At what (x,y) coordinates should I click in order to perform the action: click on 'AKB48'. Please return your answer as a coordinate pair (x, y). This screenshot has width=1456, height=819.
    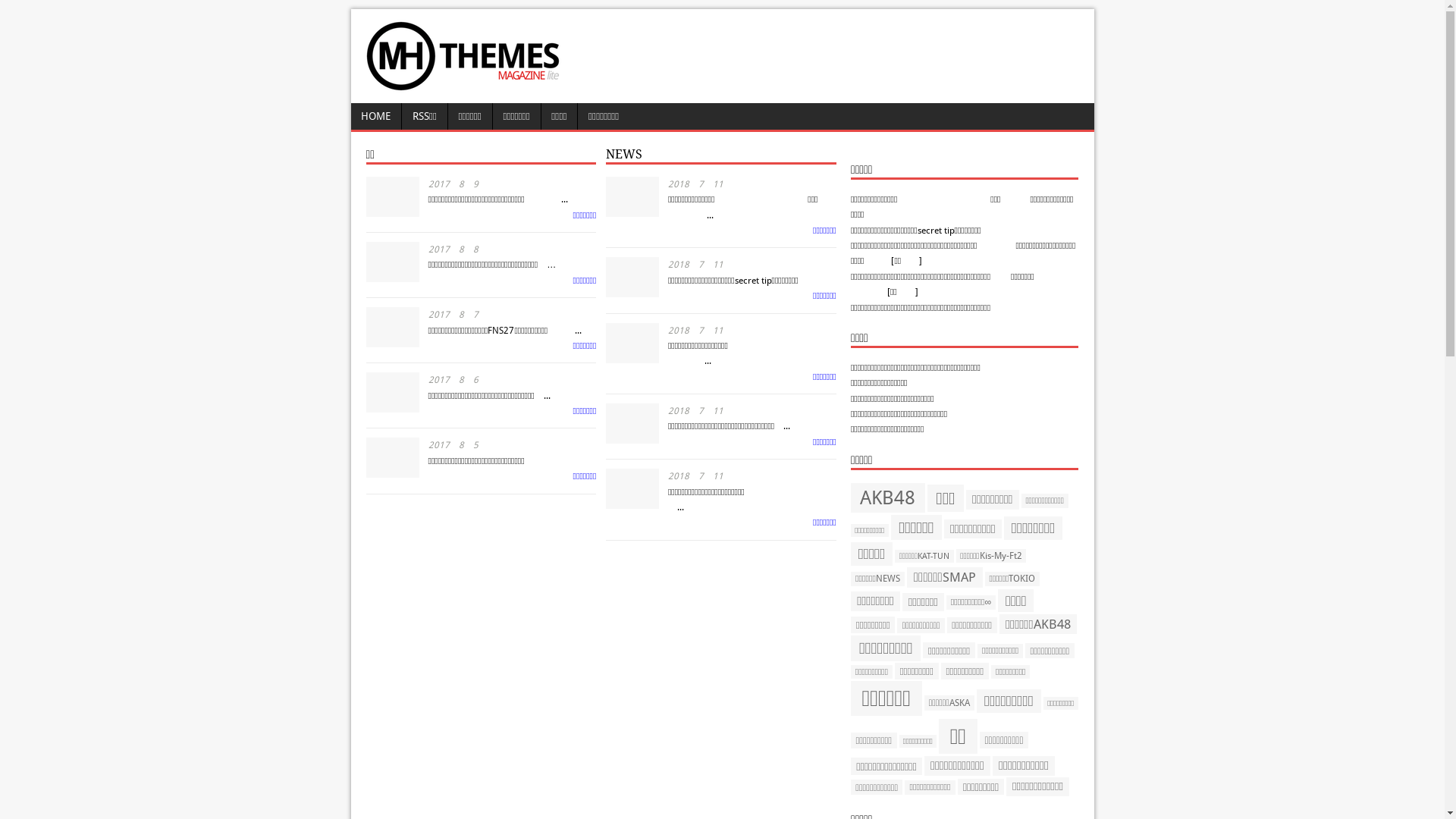
    Looking at the image, I should click on (851, 497).